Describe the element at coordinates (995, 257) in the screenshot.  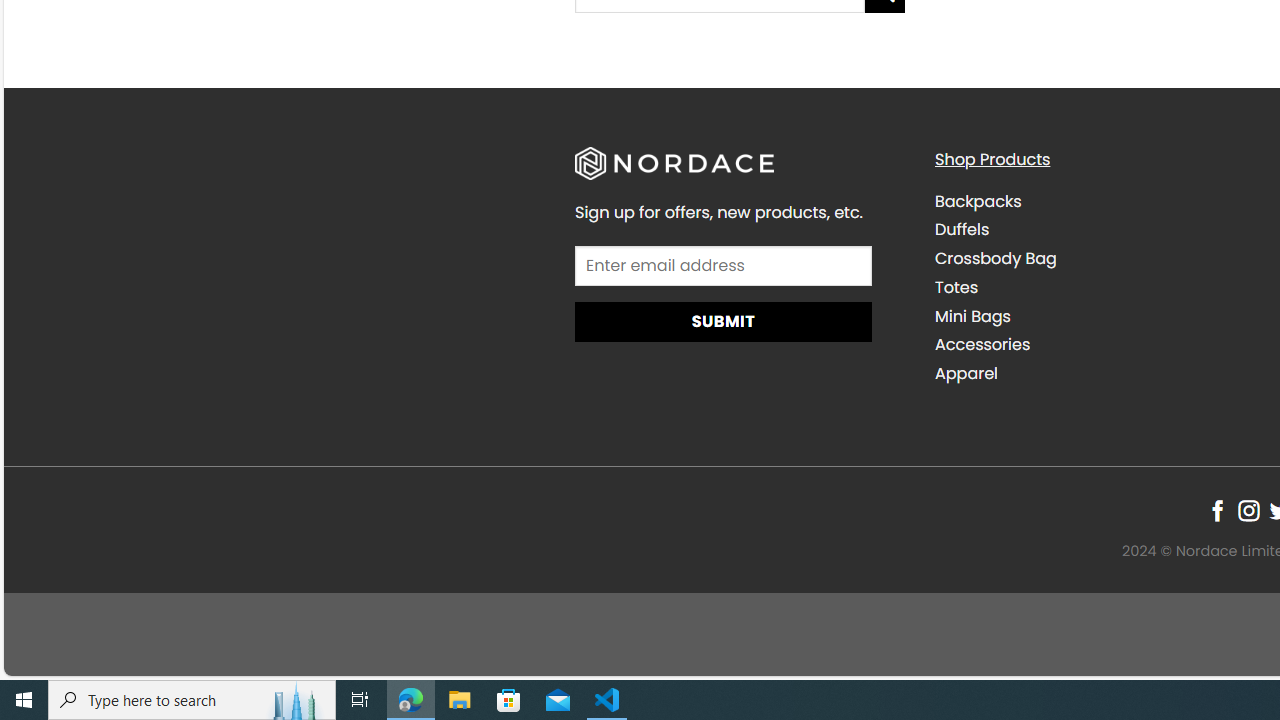
I see `'Crossbody Bag'` at that location.